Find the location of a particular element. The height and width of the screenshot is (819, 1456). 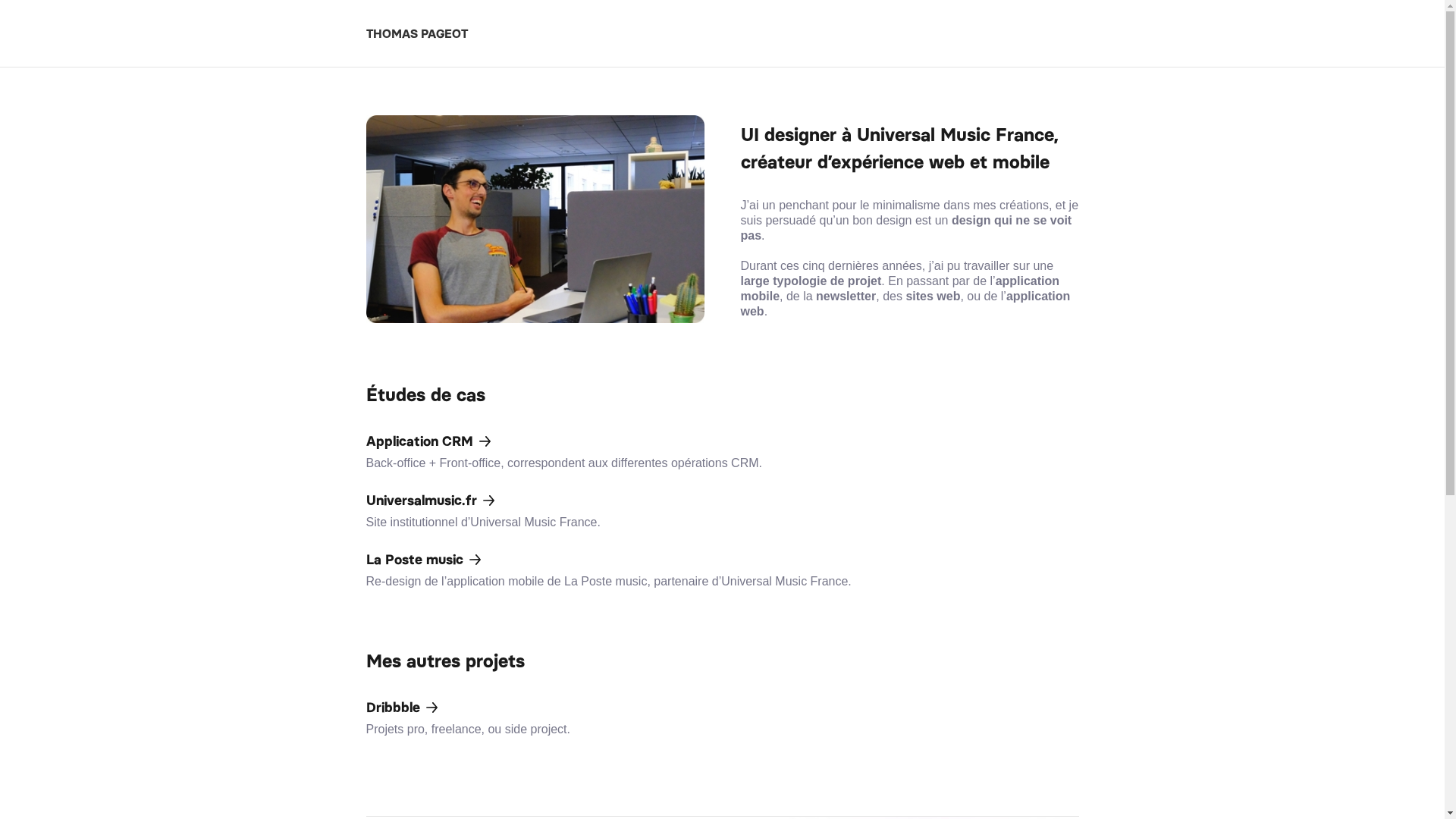

'Dribbble is located at coordinates (720, 717).